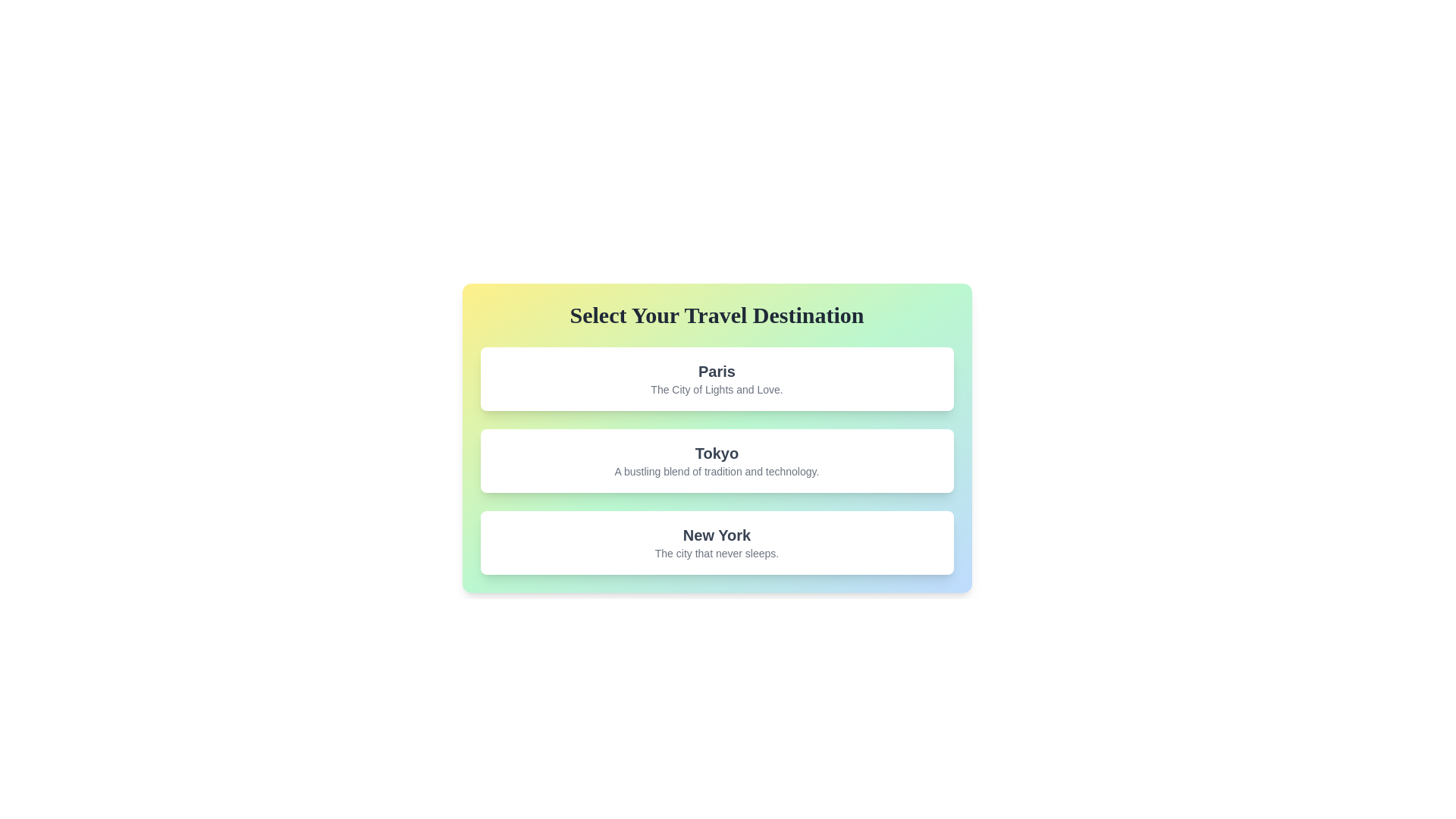 The image size is (1456, 819). What do you see at coordinates (716, 470) in the screenshot?
I see `the static text element that provides a descriptive tagline for the 'Tokyo' travel card, located directly under the title 'Tokyo' within the middle card of three vertical cards (Paris, Tokyo, New York)` at bounding box center [716, 470].